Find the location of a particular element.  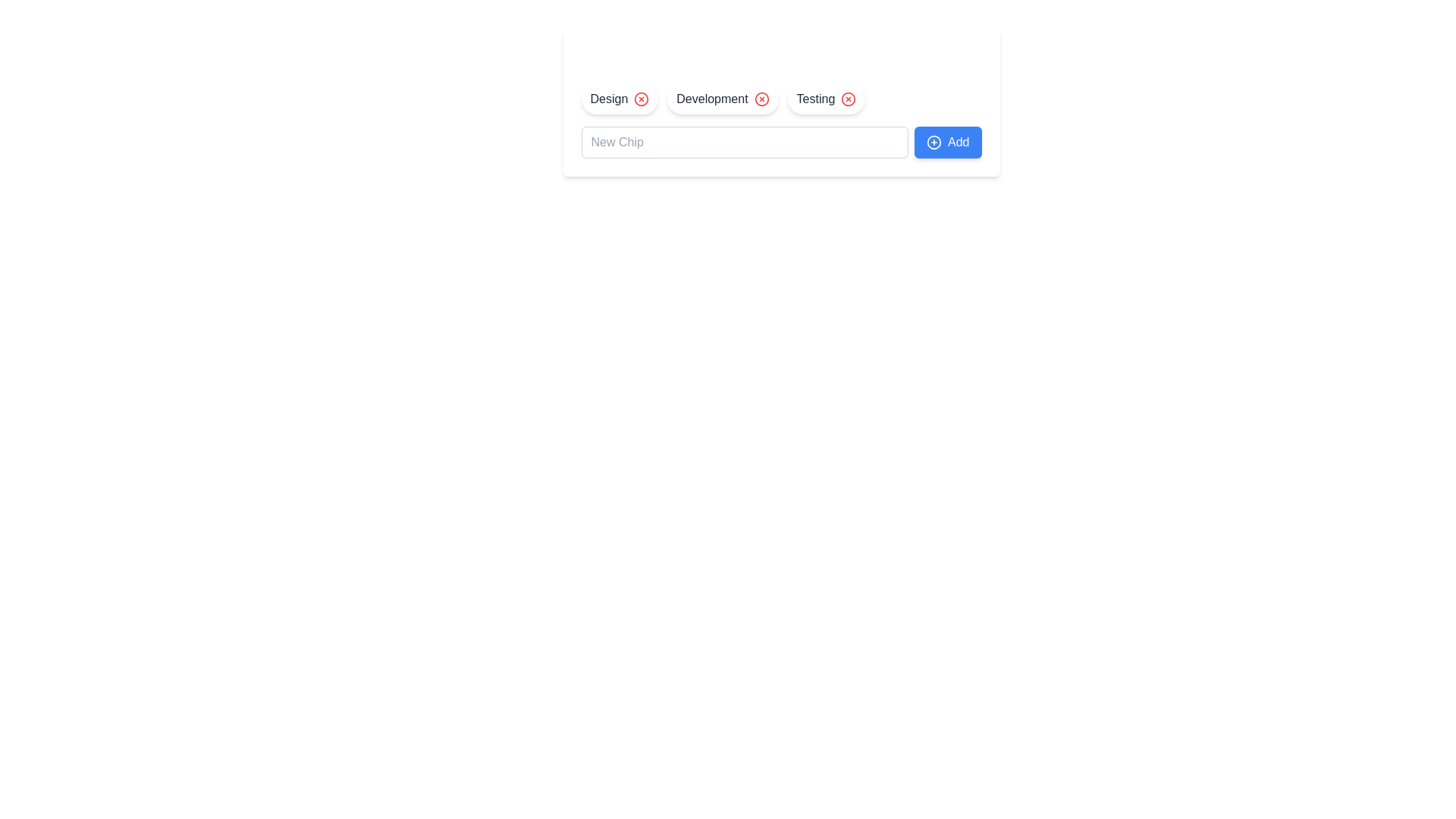

the Delete Button for Design element to observe UI feedback is located at coordinates (642, 99).